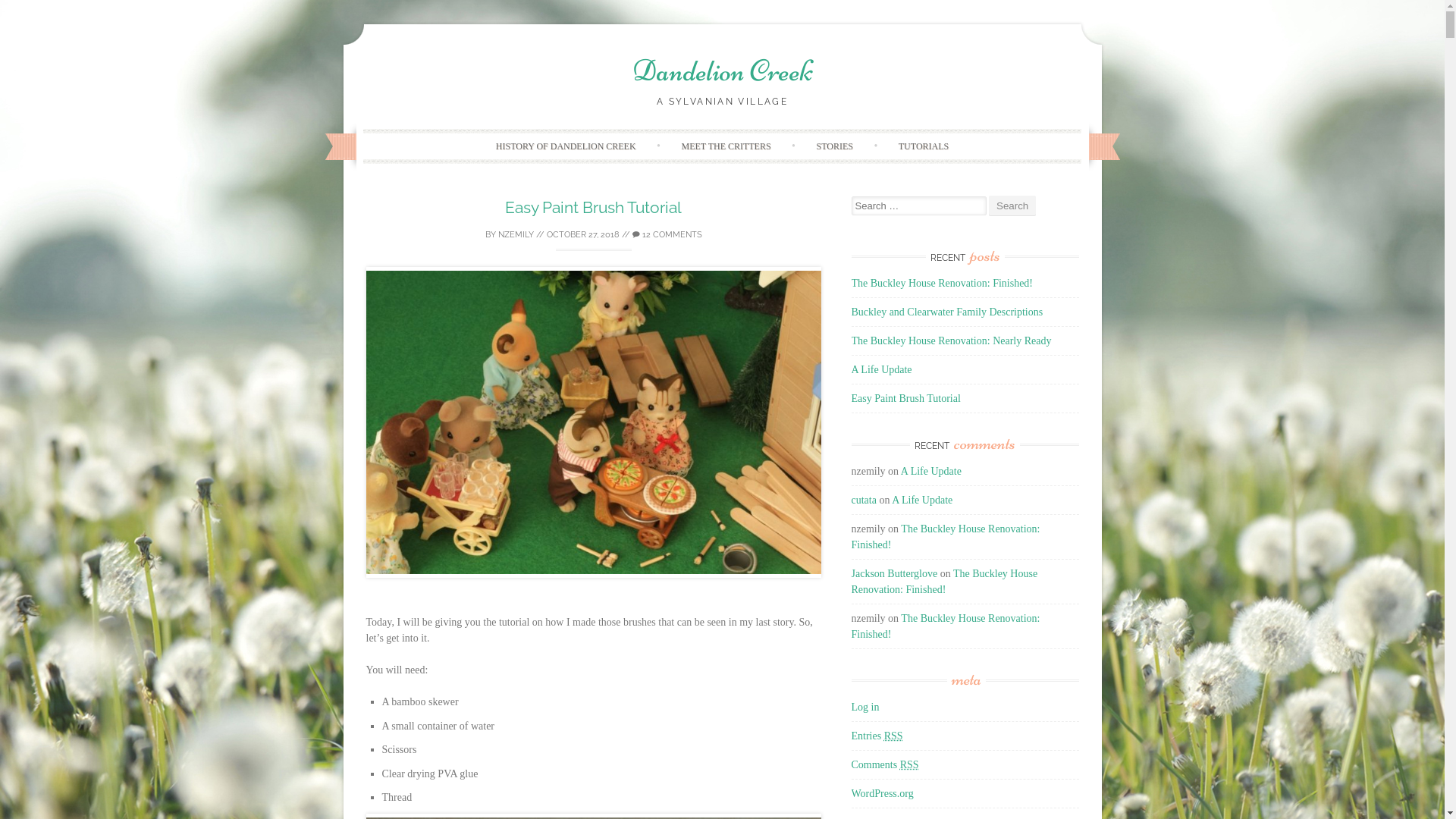  Describe the element at coordinates (851, 397) in the screenshot. I see `'Easy Paint Brush Tutorial'` at that location.